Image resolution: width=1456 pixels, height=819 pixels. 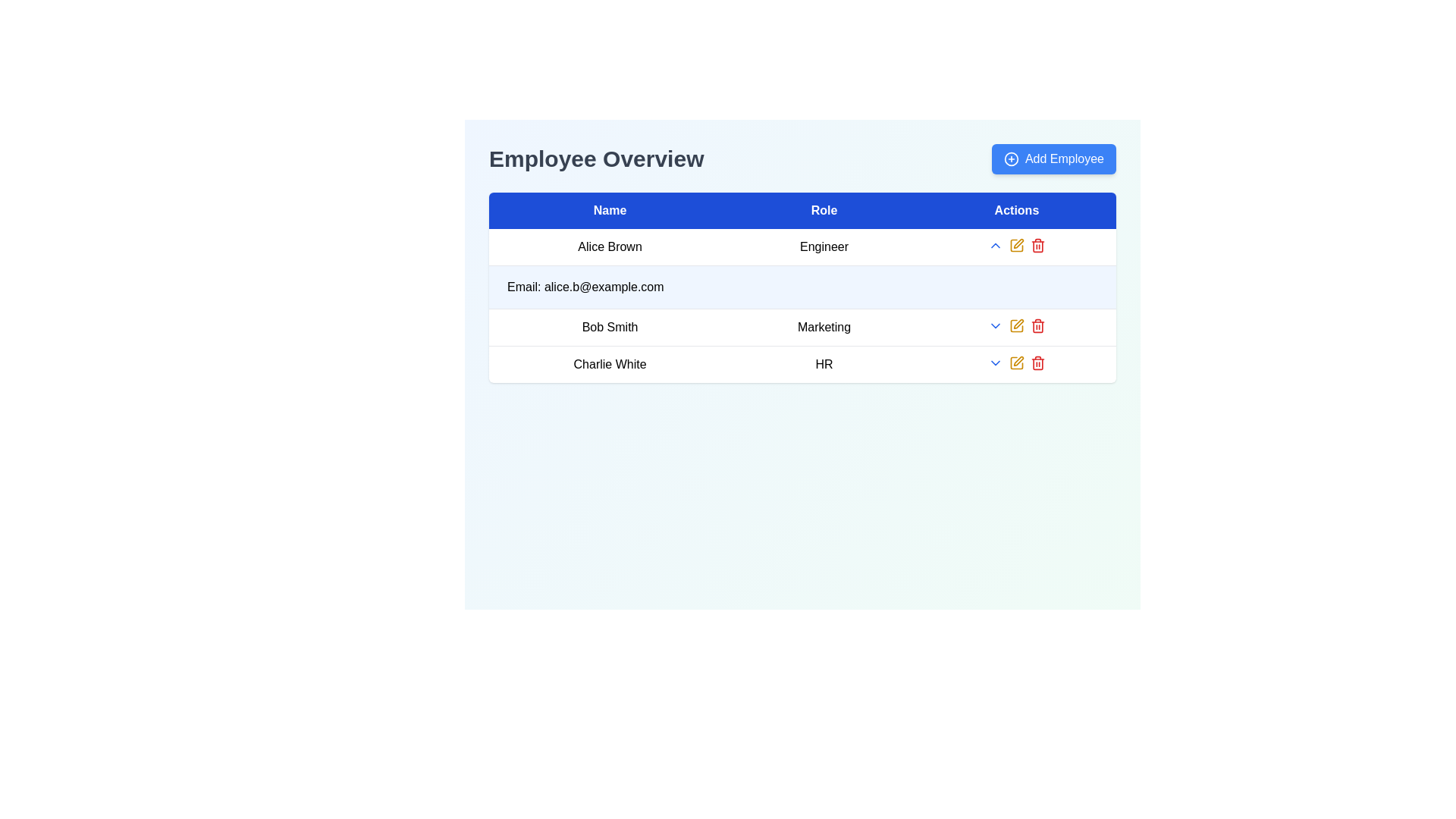 I want to click on the 'Add Employee' button which has a rounded shape, blue background, white text, and a plus sign icon on the left, so click(x=1053, y=158).